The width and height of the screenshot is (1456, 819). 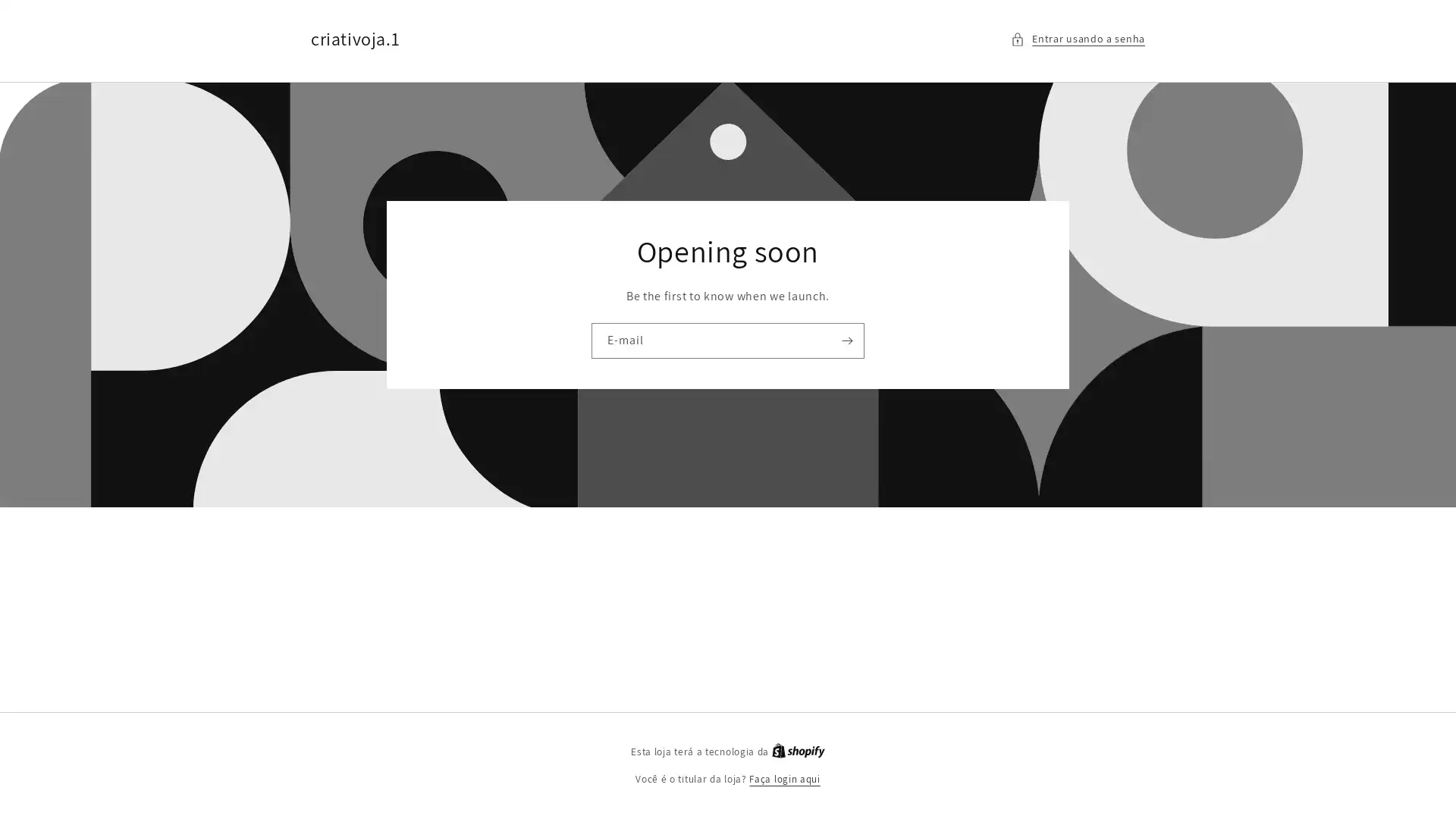 I want to click on Assinar, so click(x=846, y=340).